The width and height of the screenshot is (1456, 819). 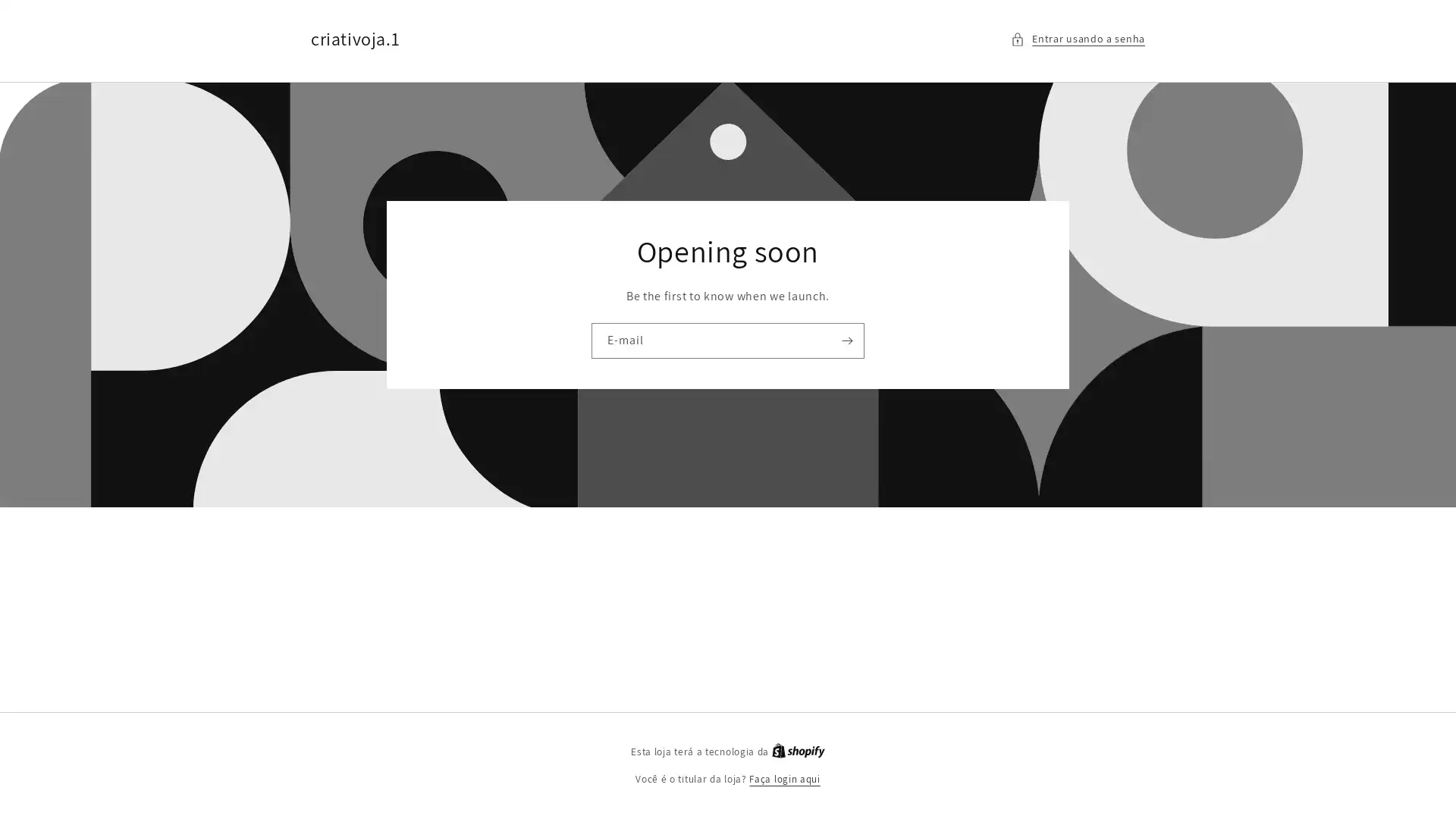 I want to click on Assinar, so click(x=846, y=340).